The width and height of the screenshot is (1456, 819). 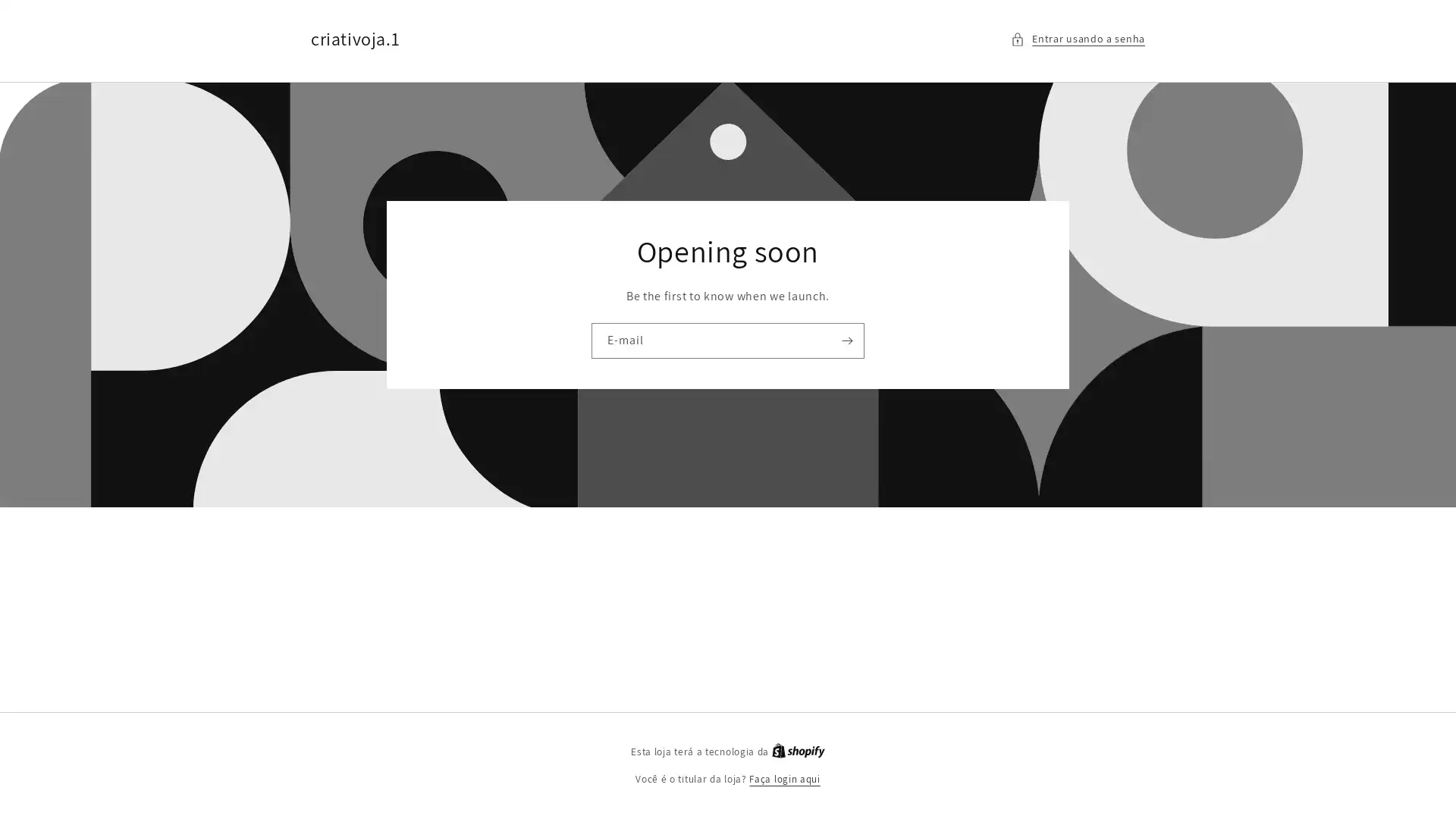 I want to click on Assinar, so click(x=846, y=340).